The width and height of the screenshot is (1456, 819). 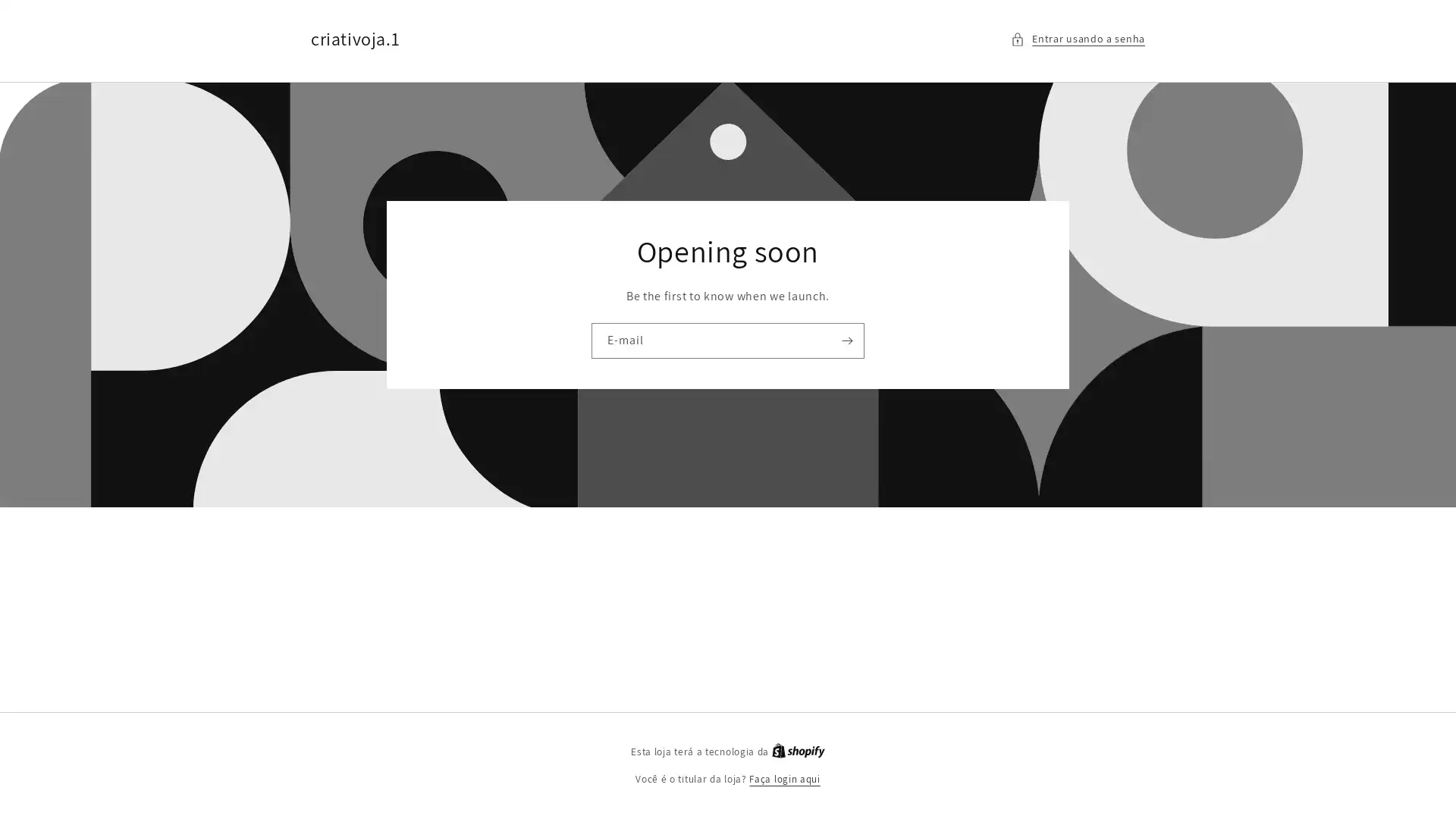 I want to click on Assinar, so click(x=846, y=340).